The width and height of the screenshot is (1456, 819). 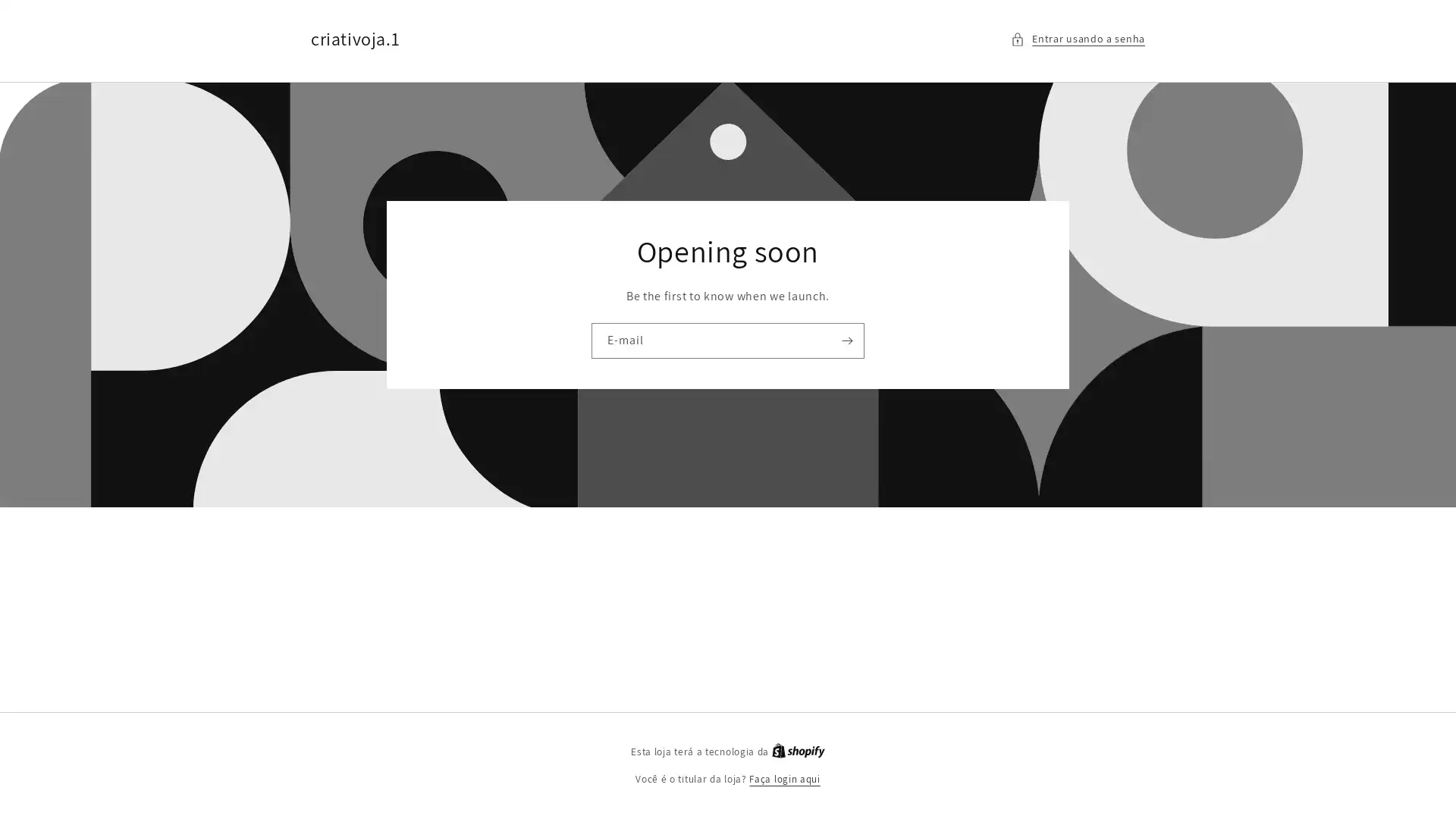 I want to click on Assinar, so click(x=846, y=340).